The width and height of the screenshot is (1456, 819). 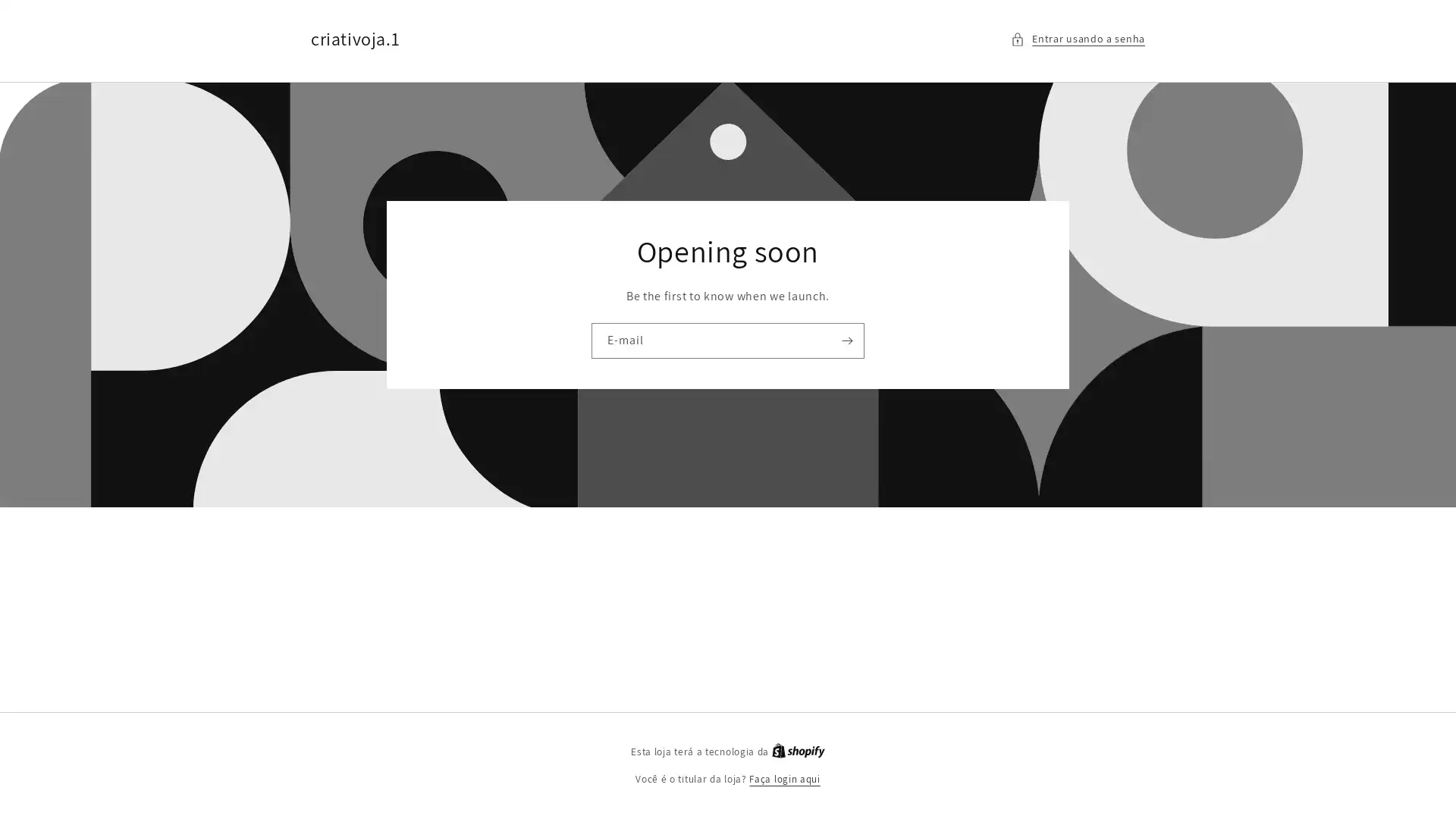 I want to click on Assinar, so click(x=846, y=340).